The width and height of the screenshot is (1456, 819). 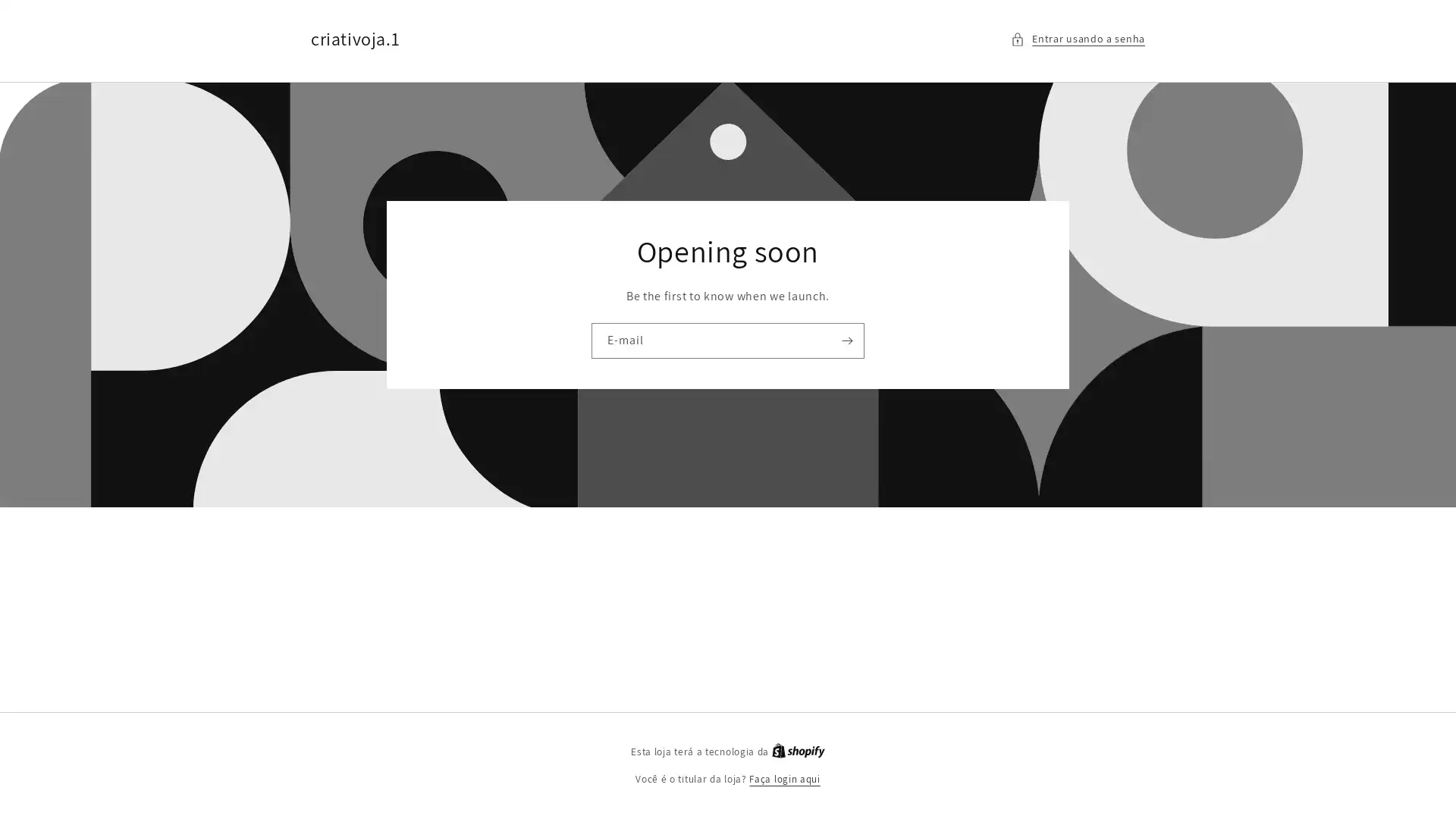 I want to click on Assinar, so click(x=846, y=340).